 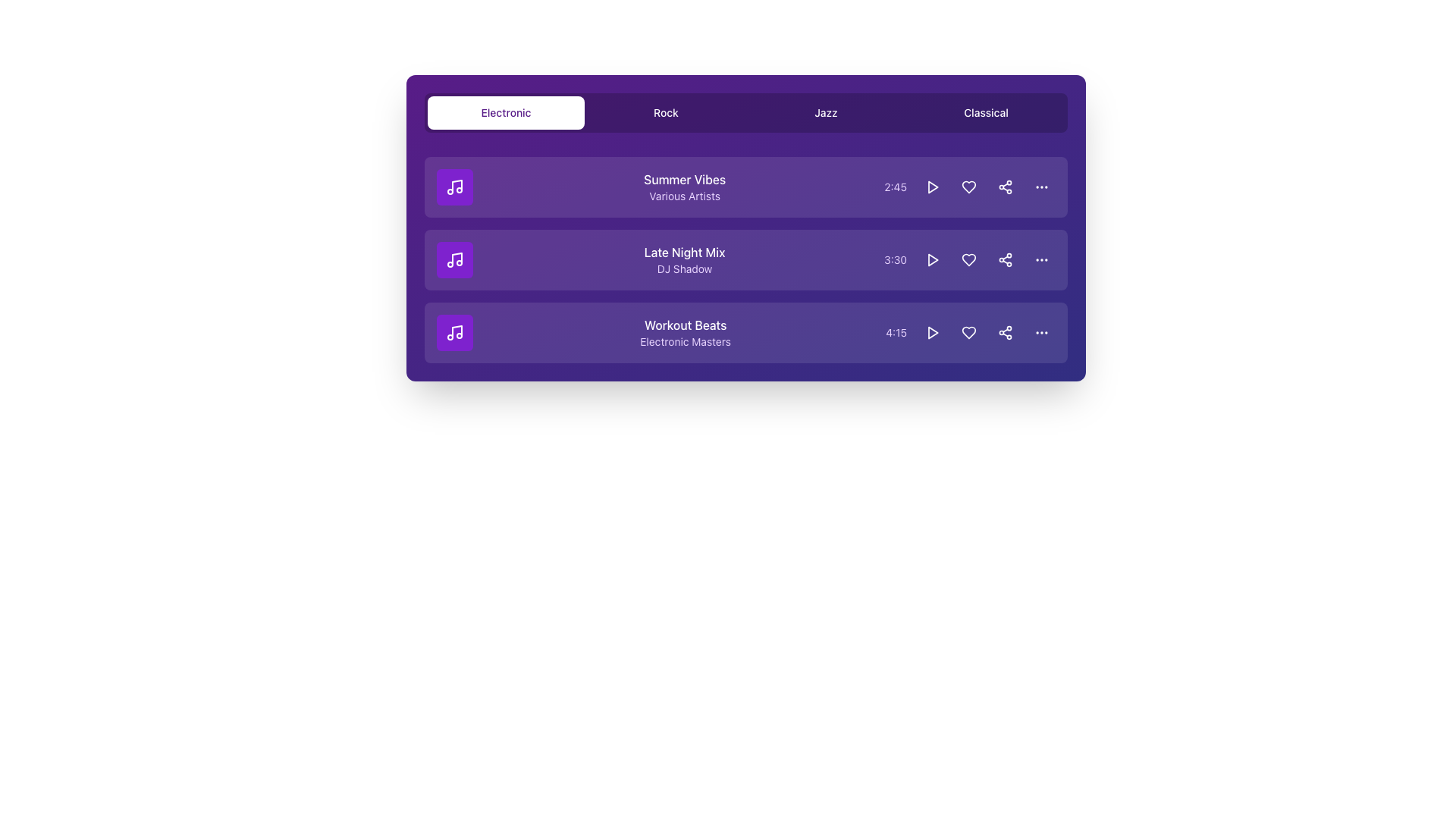 I want to click on the 'Rock' button, which is the second button in a horizontal row located near the top-center of the interface, to trigger any potential hover effects, so click(x=666, y=112).